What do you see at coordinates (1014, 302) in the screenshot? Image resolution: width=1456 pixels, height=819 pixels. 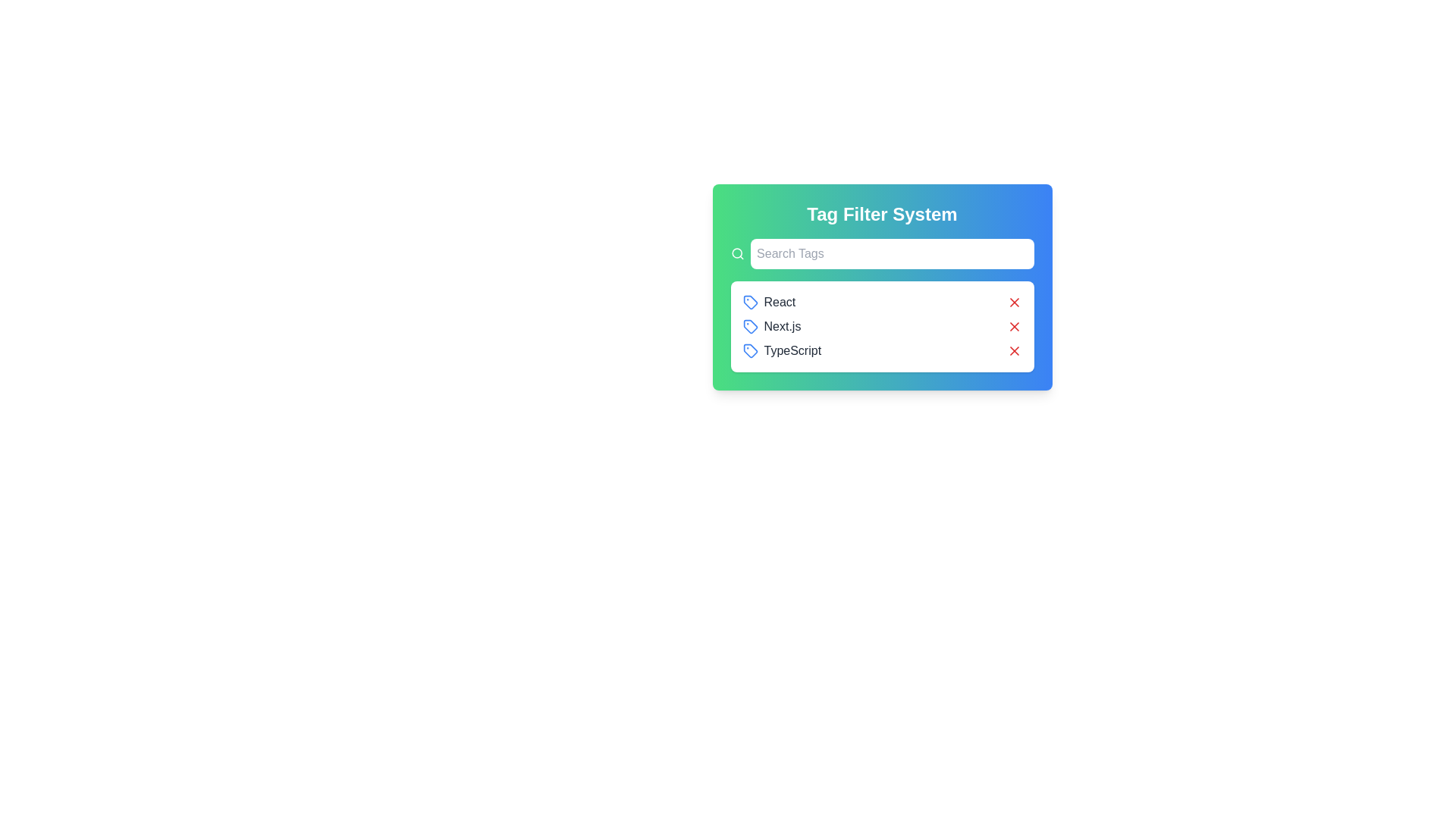 I see `the button used to remove or delete the 'React' tag from the list, located in the right section of the line item labeled 'React'` at bounding box center [1014, 302].